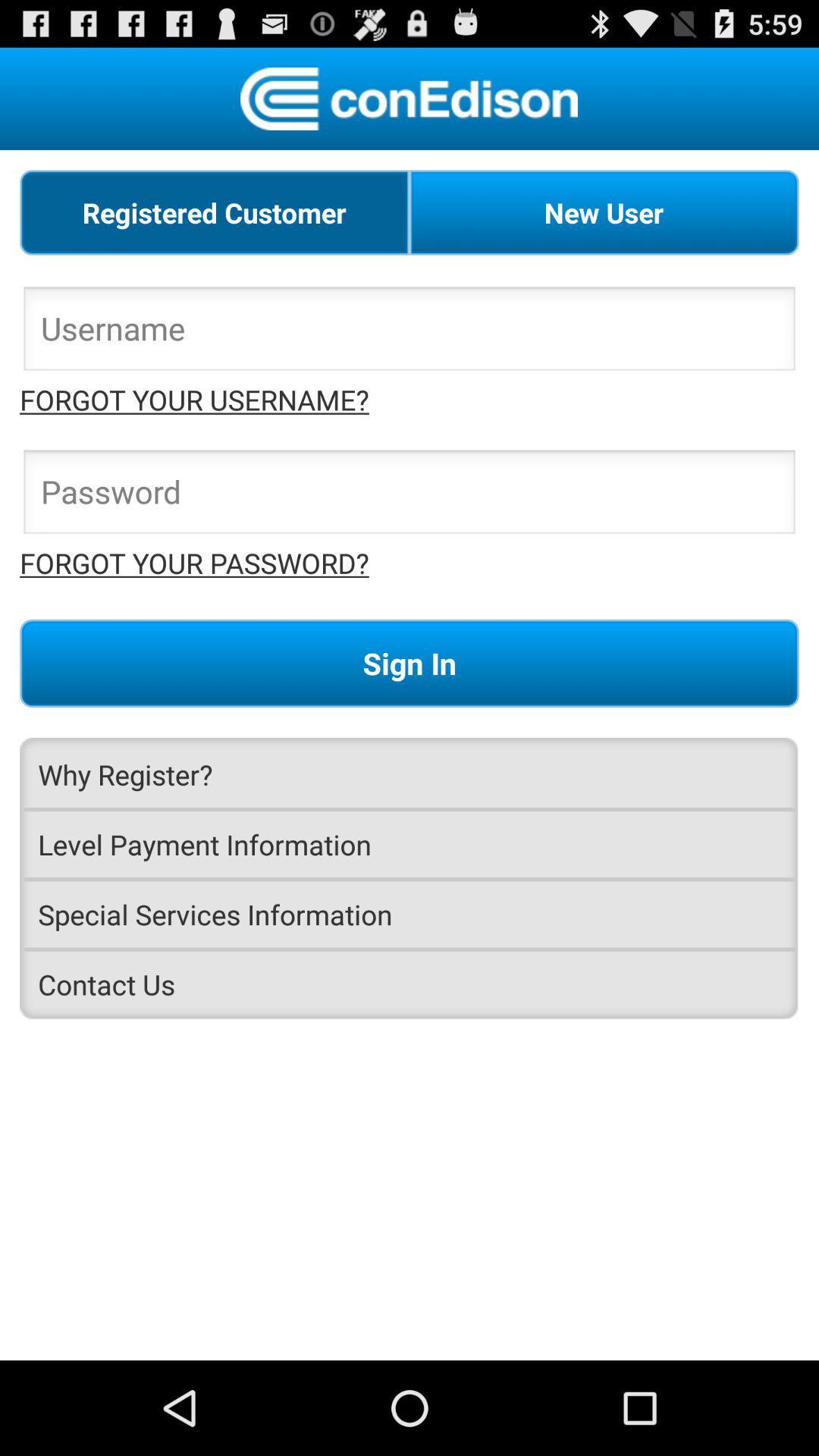 This screenshot has height=1456, width=819. Describe the element at coordinates (409, 774) in the screenshot. I see `item below the sign in item` at that location.